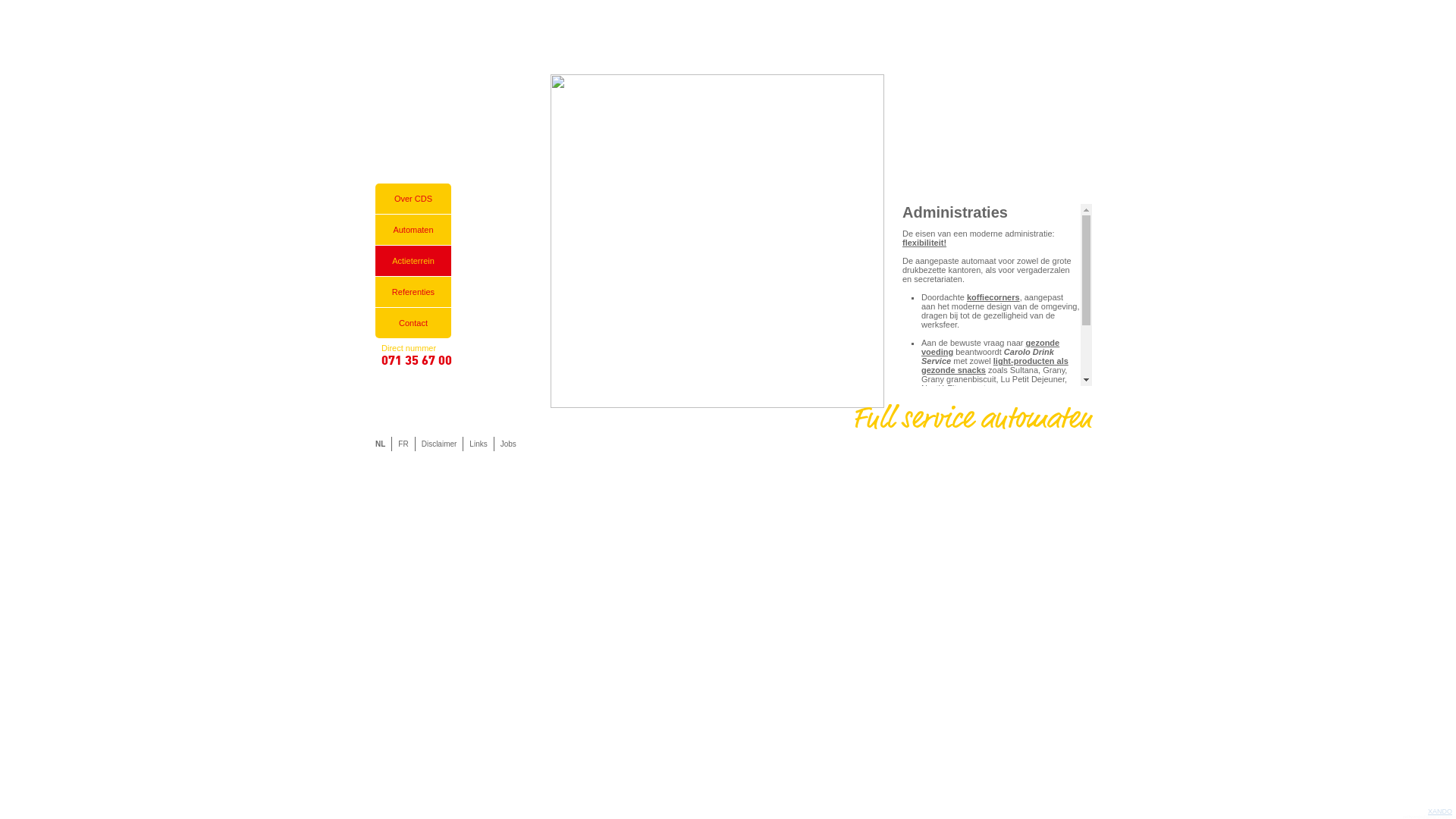  I want to click on 'XANDO', so click(1439, 810).